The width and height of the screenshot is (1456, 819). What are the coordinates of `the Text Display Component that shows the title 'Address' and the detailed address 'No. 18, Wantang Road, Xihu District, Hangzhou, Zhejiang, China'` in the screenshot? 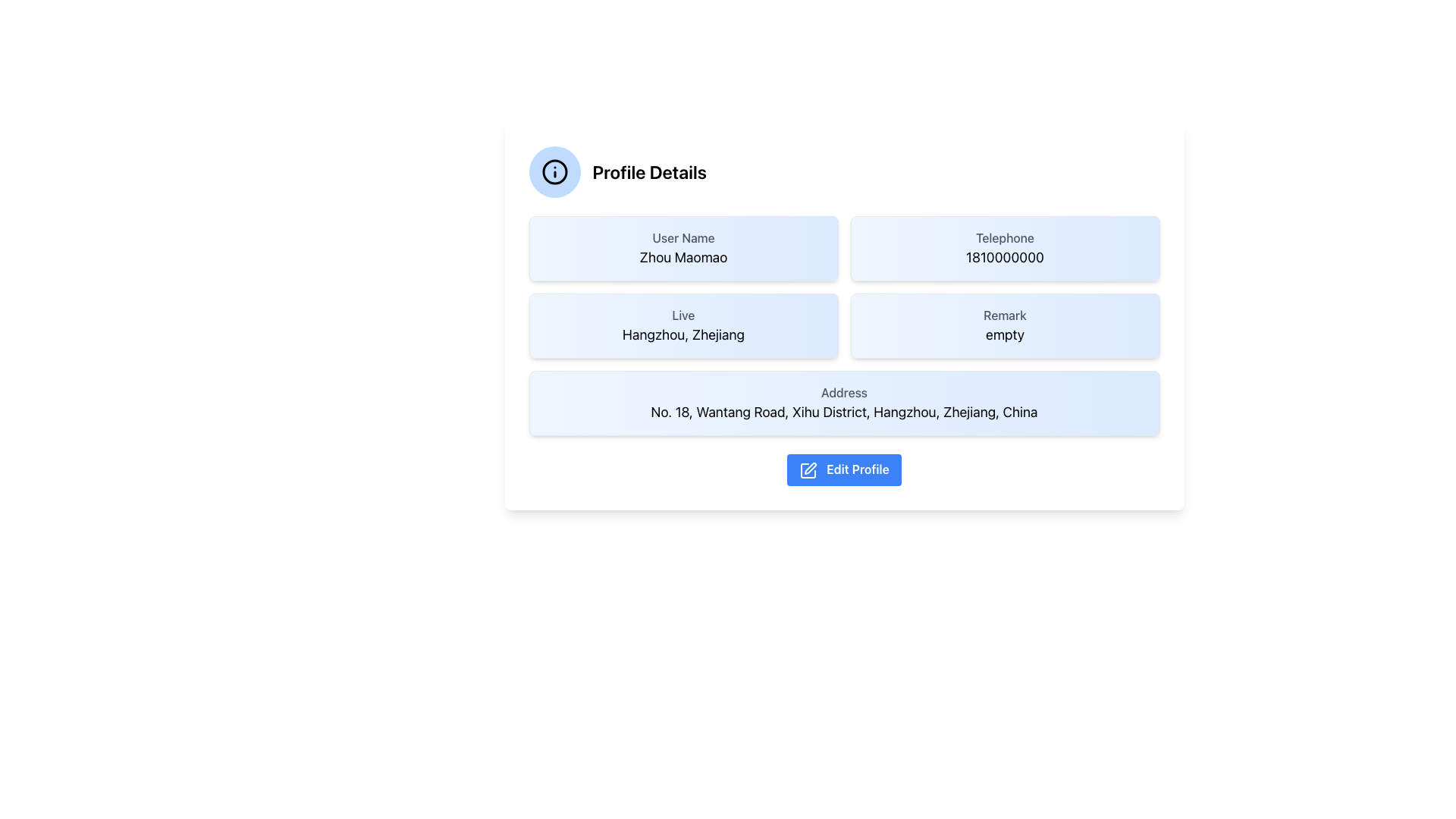 It's located at (843, 403).